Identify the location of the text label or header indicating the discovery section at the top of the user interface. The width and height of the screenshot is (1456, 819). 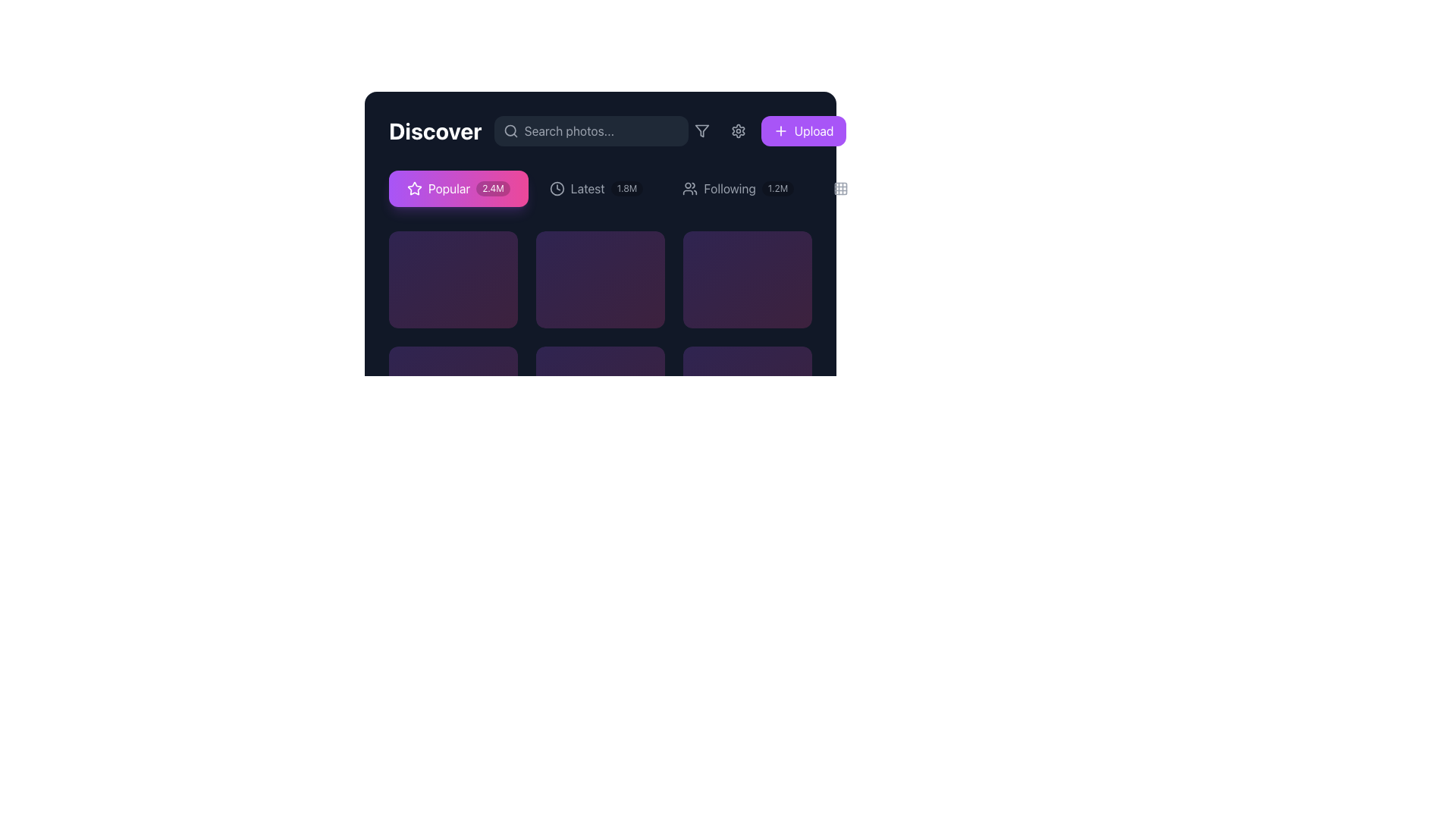
(435, 130).